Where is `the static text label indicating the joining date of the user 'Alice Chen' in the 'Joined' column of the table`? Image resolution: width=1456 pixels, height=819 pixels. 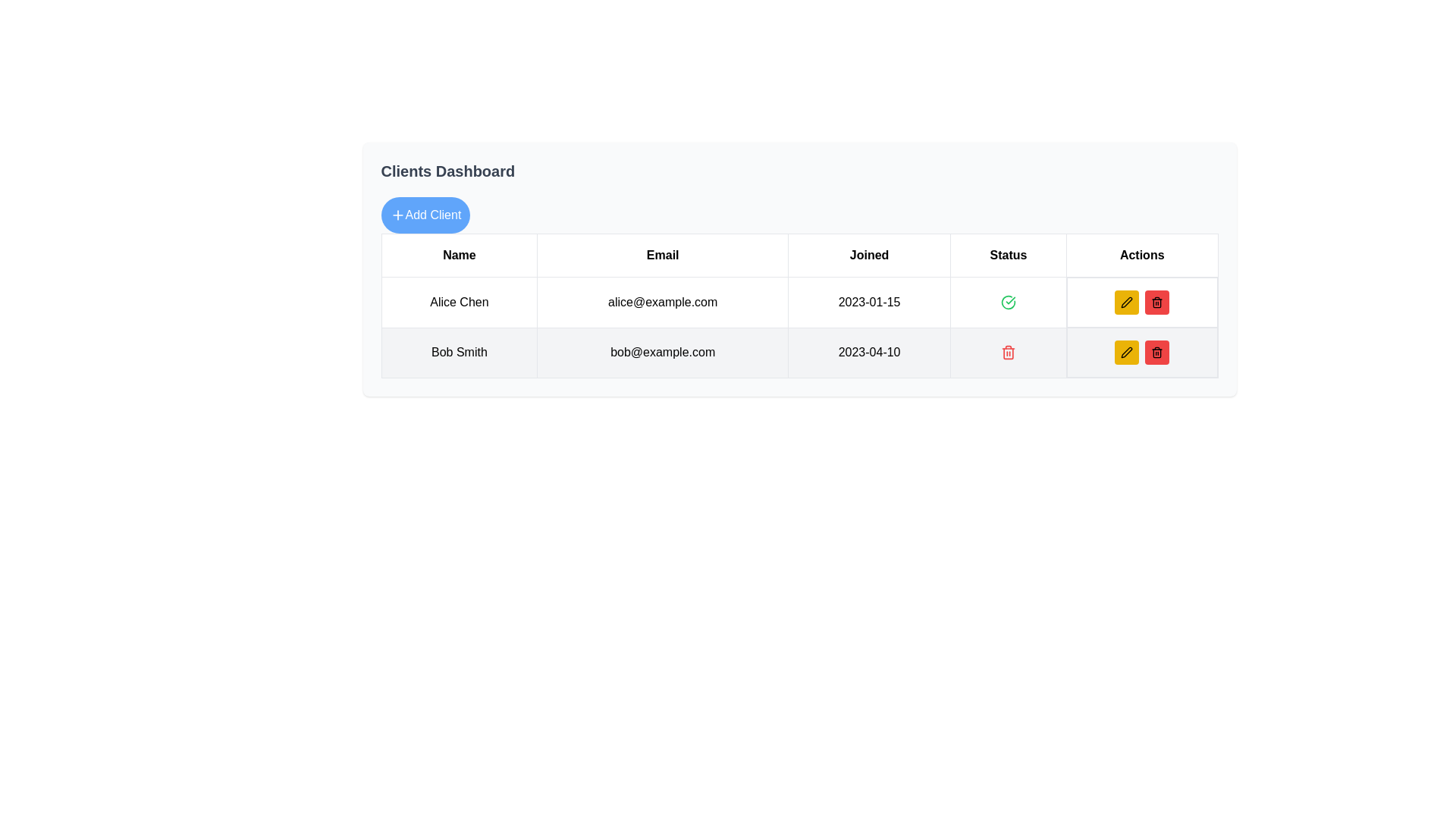 the static text label indicating the joining date of the user 'Alice Chen' in the 'Joined' column of the table is located at coordinates (869, 302).